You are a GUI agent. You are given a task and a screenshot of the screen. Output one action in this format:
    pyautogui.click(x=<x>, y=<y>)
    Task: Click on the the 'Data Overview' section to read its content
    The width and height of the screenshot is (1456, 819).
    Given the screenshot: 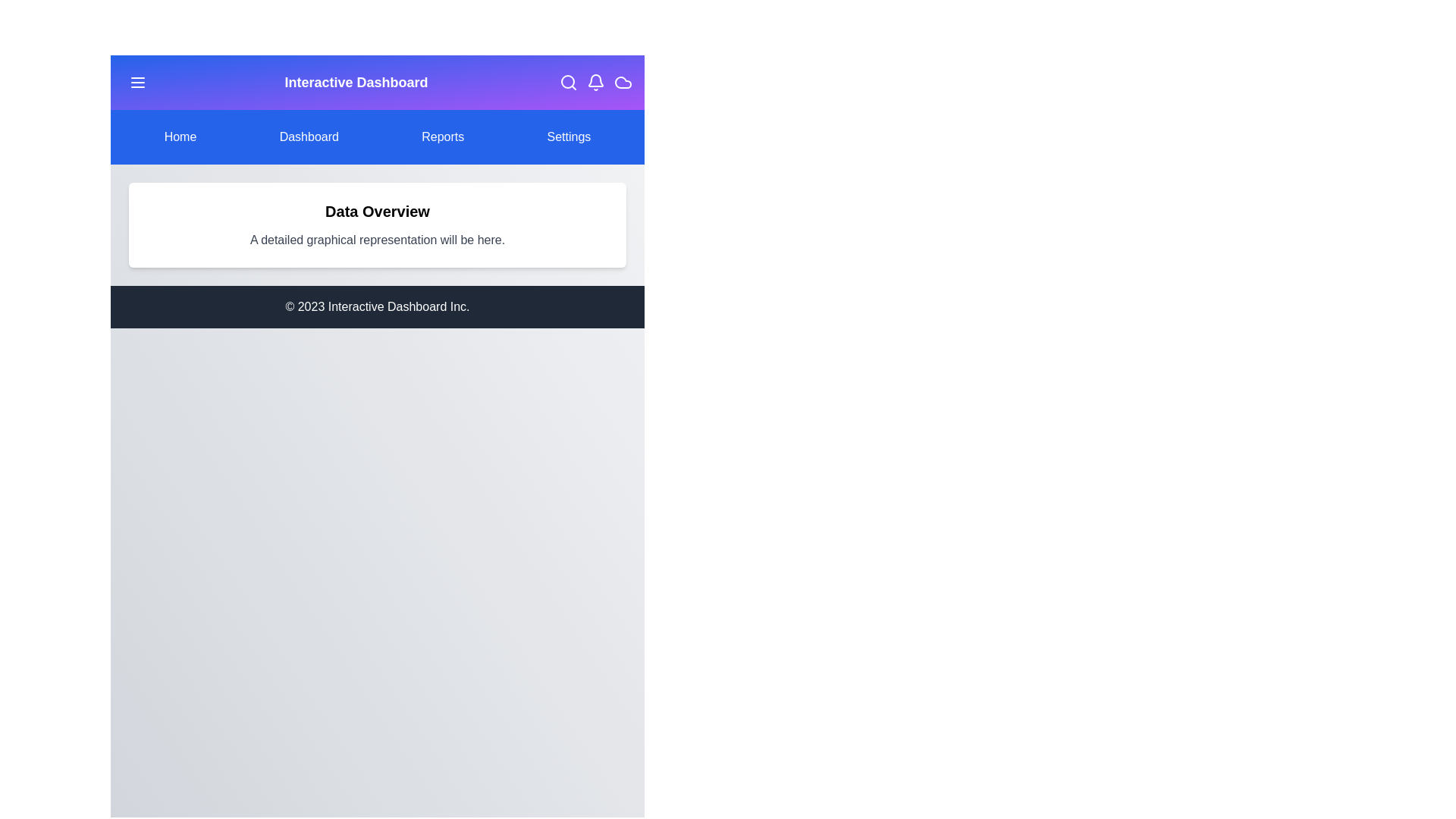 What is the action you would take?
    pyautogui.click(x=378, y=225)
    